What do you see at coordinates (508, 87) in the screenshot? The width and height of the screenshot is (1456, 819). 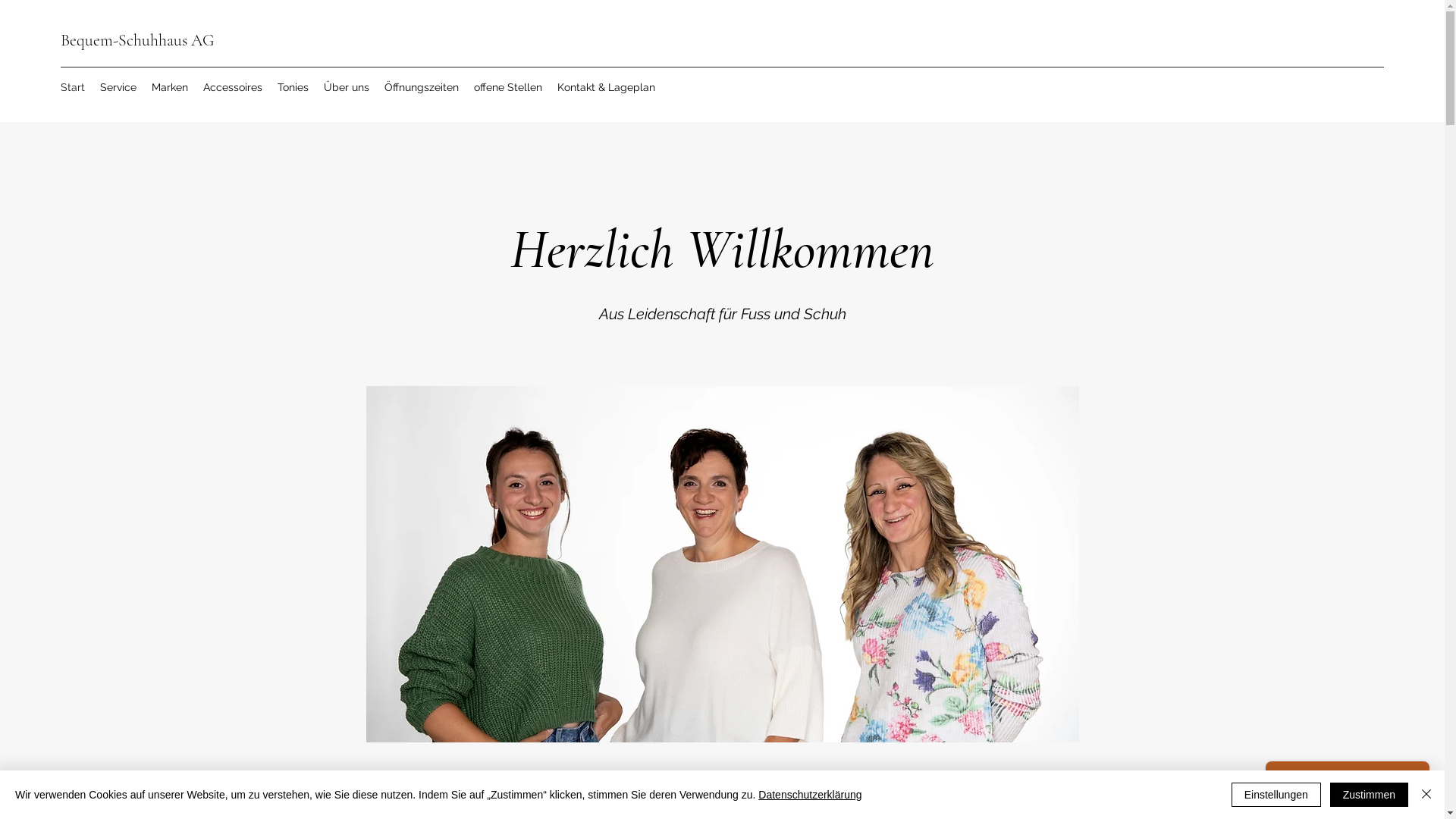 I see `'offene Stellen'` at bounding box center [508, 87].